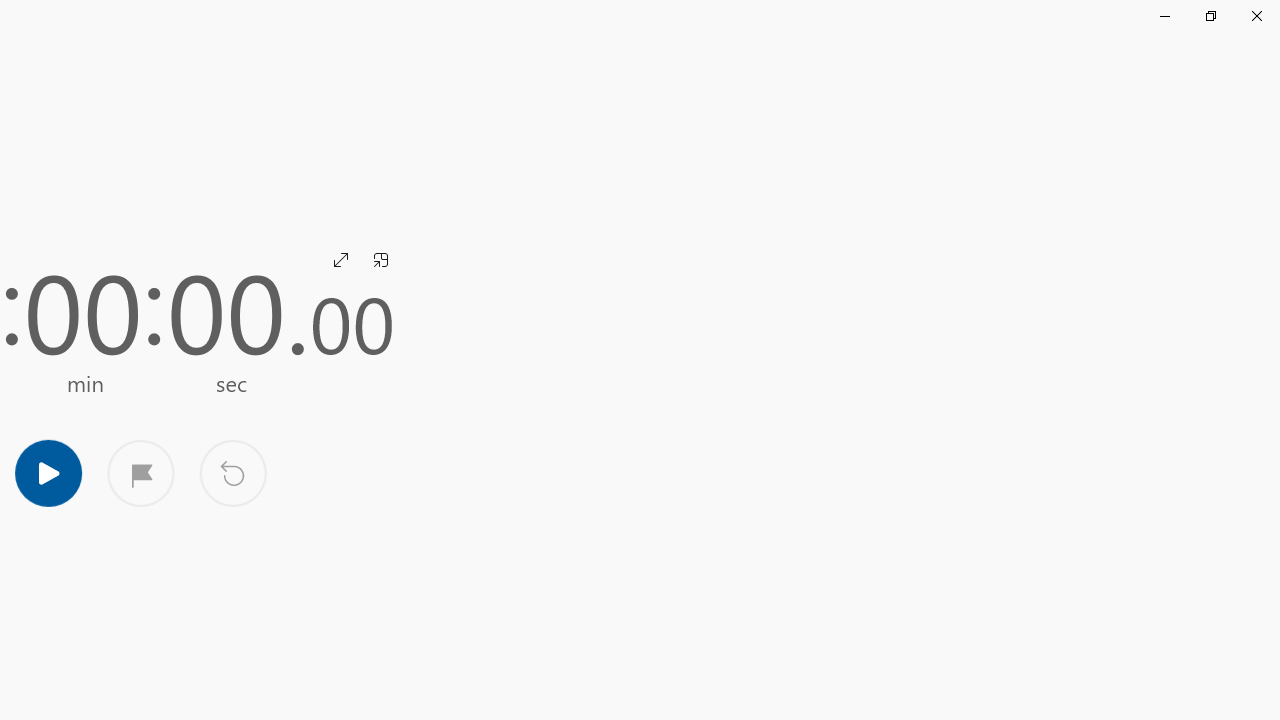 The image size is (1280, 720). What do you see at coordinates (1164, 15) in the screenshot?
I see `'Minimize Clock'` at bounding box center [1164, 15].